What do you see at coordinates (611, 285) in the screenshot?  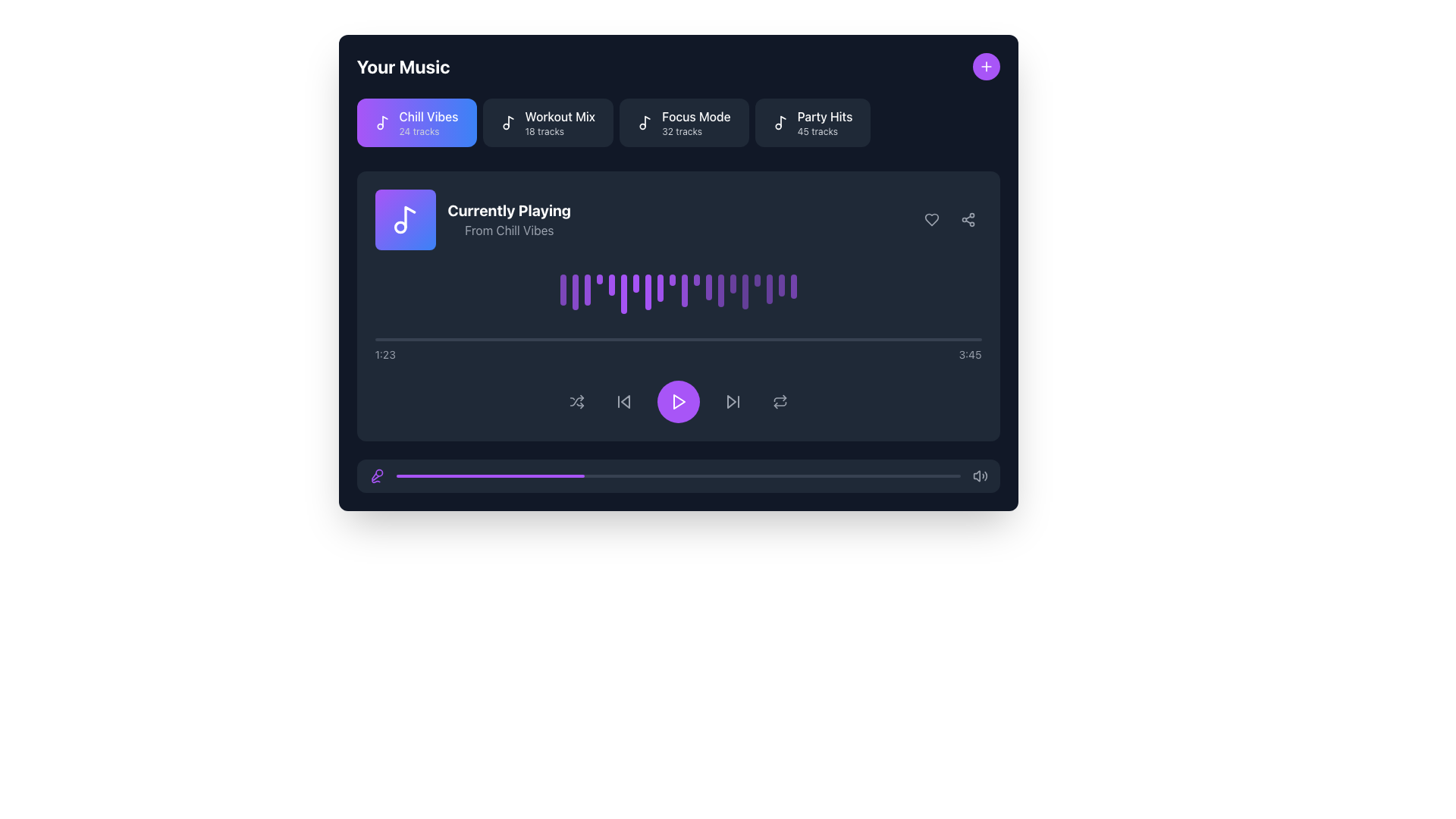 I see `the 5th vertically oriented purple bar element in the waveform visualization, which is part of the 'Currently Playing' section of the music player interface` at bounding box center [611, 285].